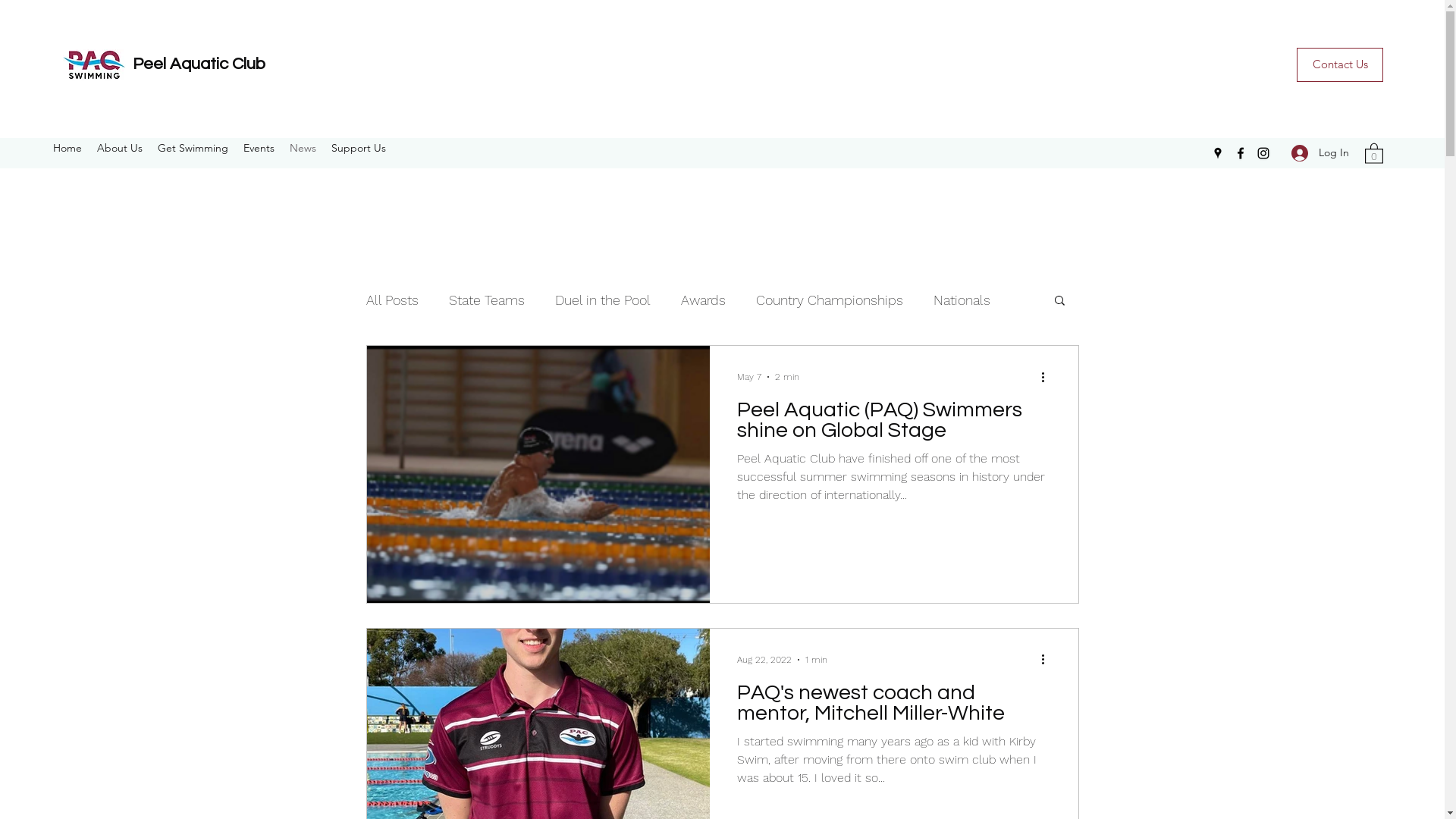 This screenshot has width=1456, height=819. Describe the element at coordinates (1373, 152) in the screenshot. I see `'0'` at that location.